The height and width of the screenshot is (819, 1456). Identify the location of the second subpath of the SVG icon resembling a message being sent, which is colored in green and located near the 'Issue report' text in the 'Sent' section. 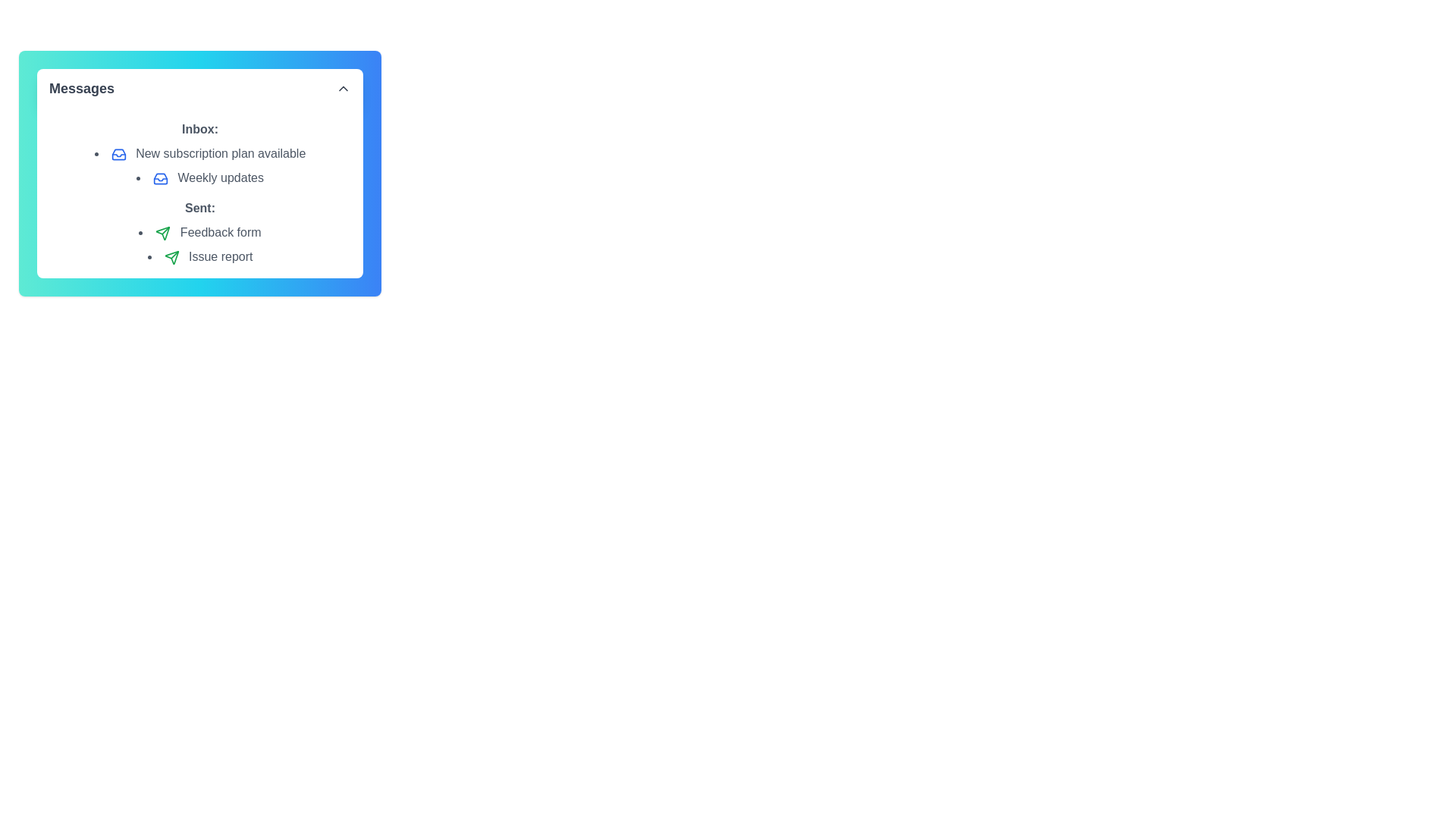
(174, 254).